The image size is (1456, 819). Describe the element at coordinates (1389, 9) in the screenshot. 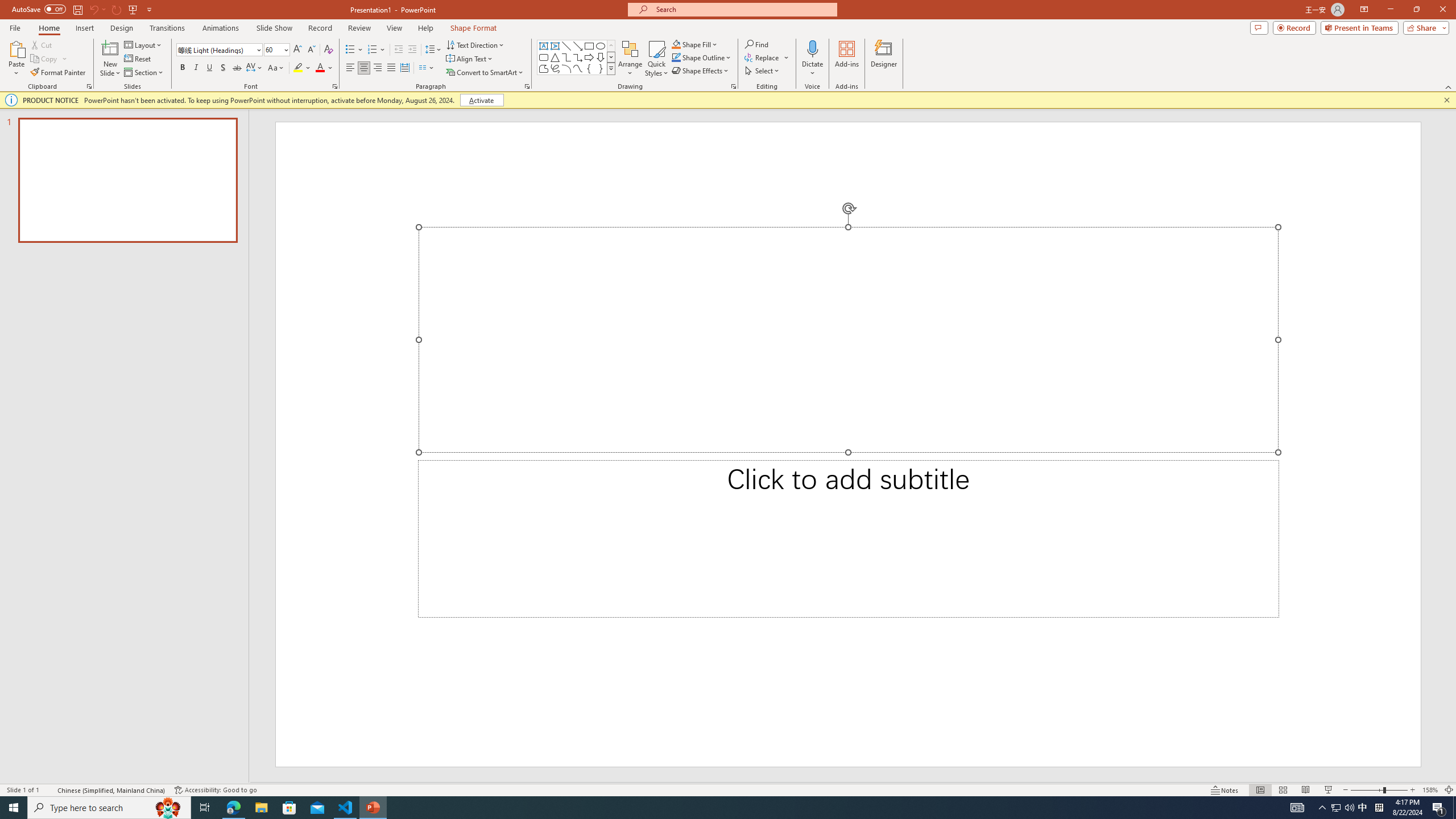

I see `'Minimize'` at that location.